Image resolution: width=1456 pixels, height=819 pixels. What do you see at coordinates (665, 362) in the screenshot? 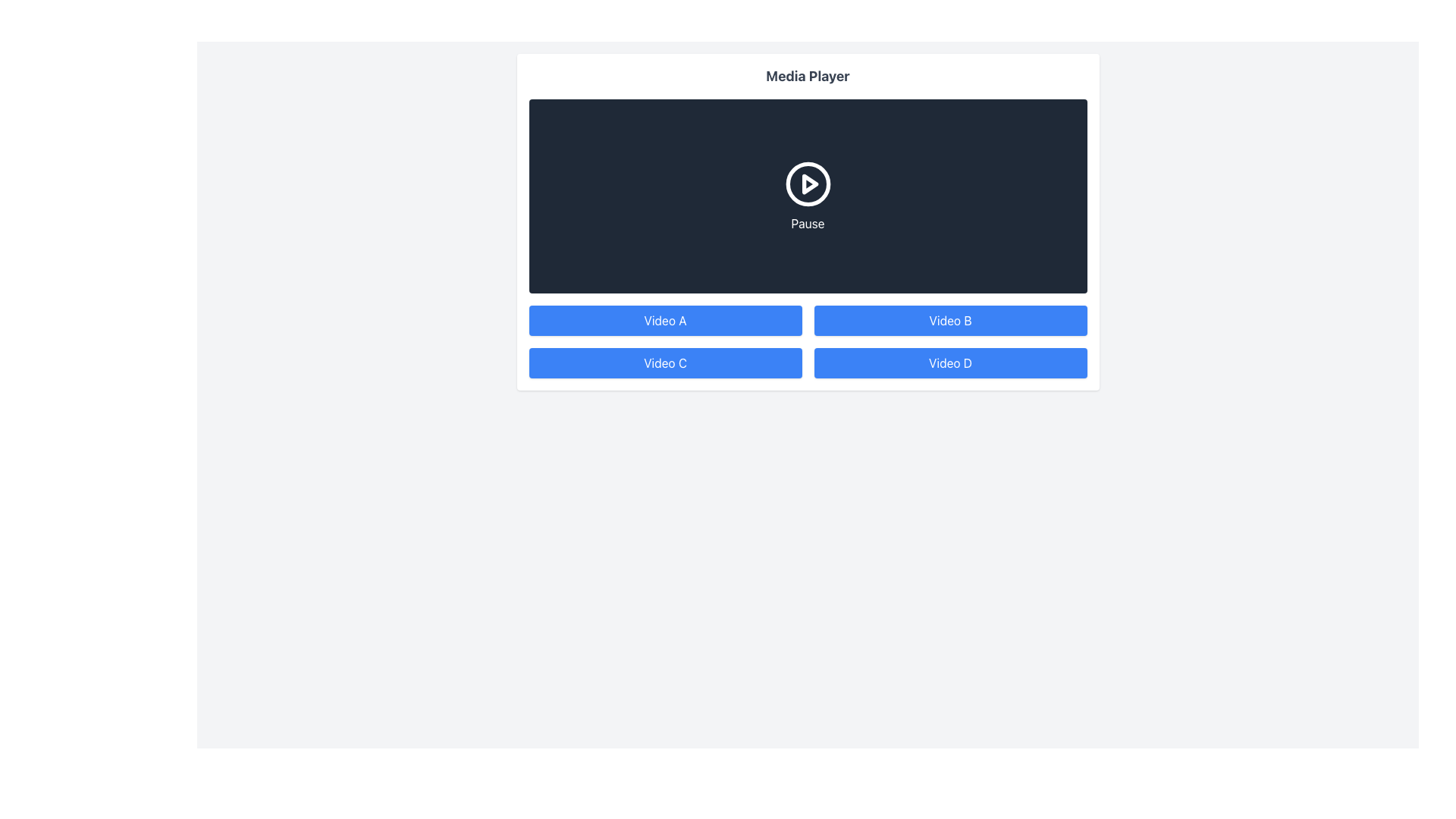
I see `the blue rectangular button labeled 'Video C'` at bounding box center [665, 362].